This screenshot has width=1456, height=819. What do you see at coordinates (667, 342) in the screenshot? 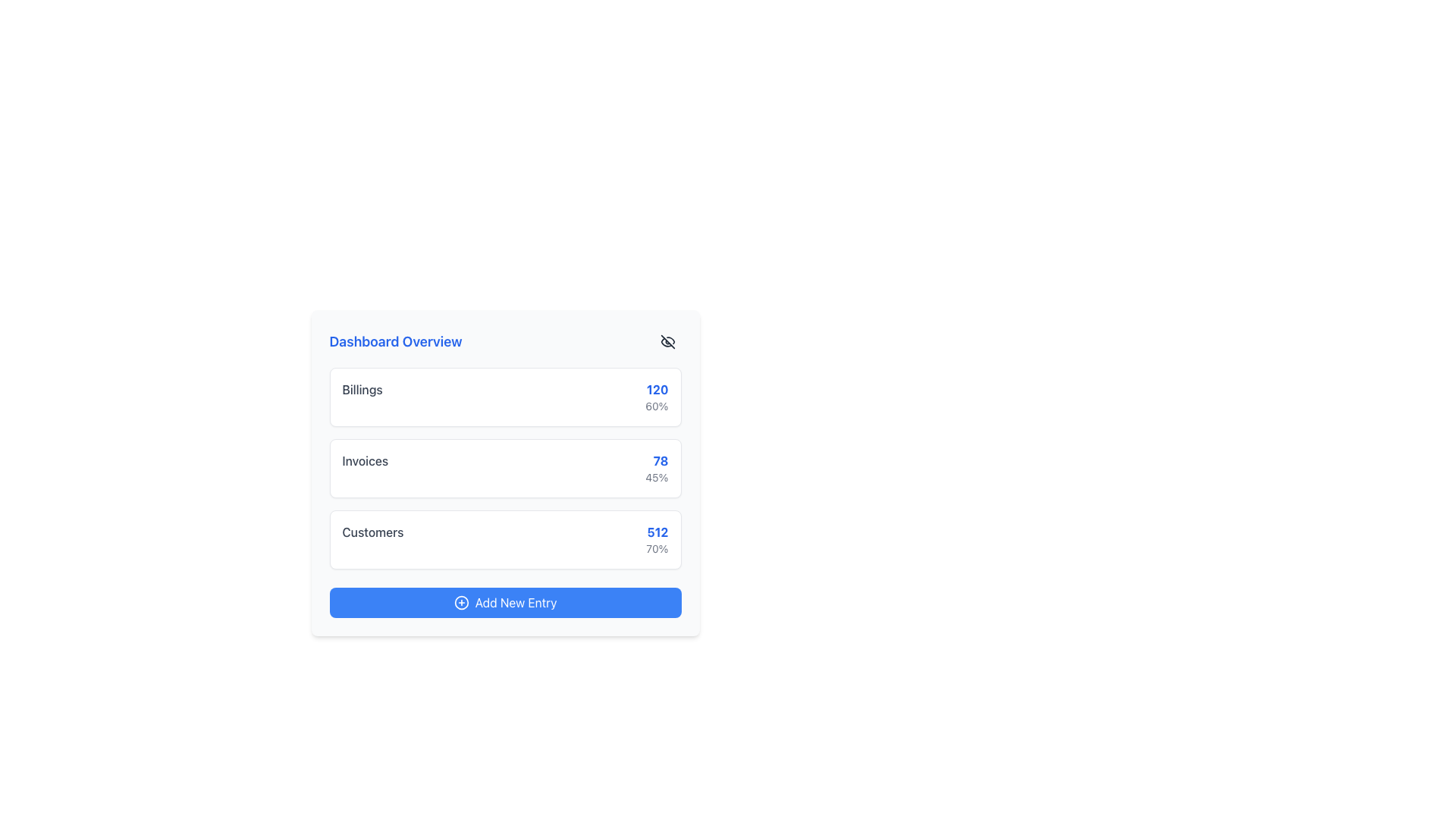
I see `the visibility toggle icon resembling an eye with a slash through it, located to the right of the 'Dashboard Overview' header` at bounding box center [667, 342].